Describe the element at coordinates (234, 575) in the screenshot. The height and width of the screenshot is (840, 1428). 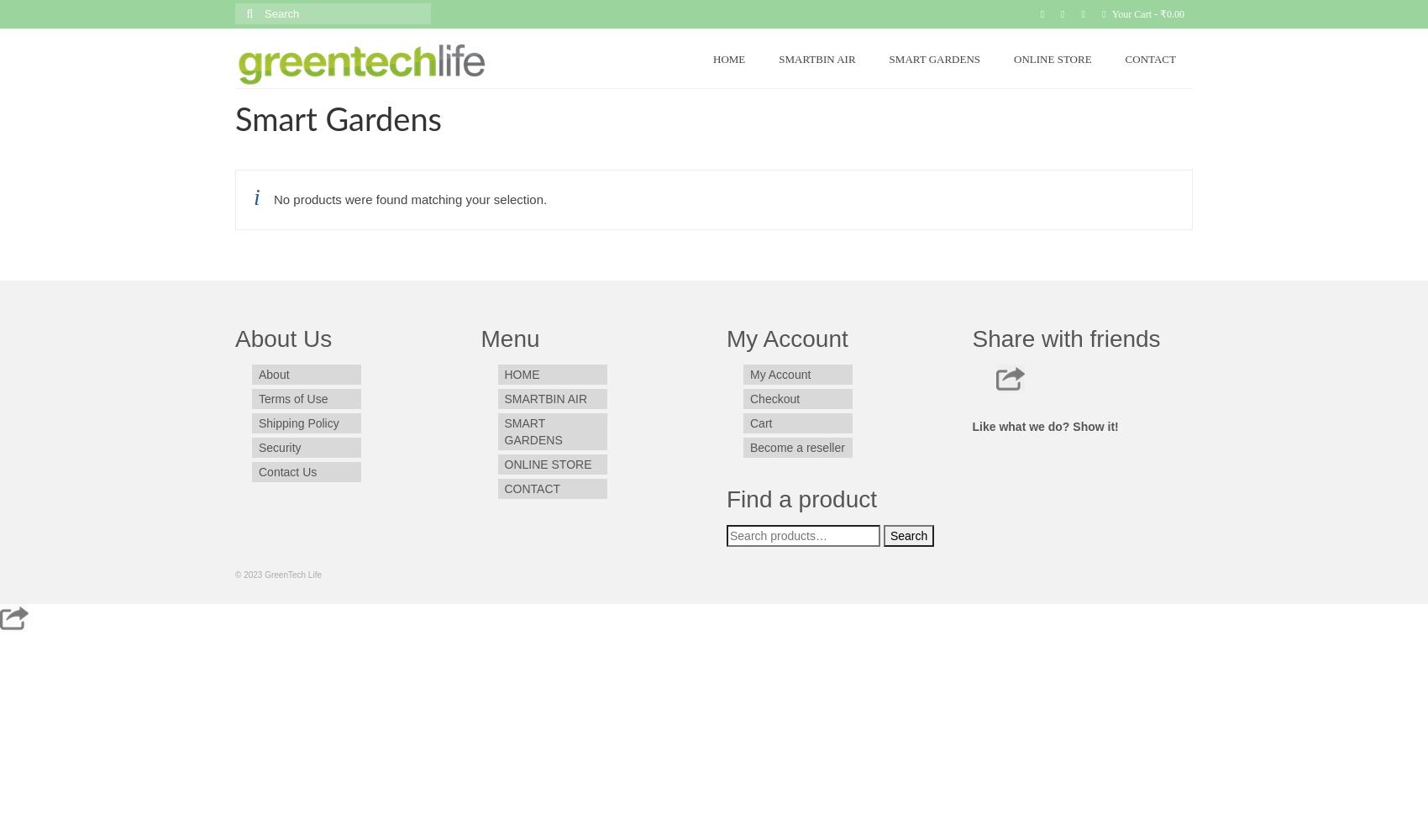
I see `'© 2023 GreenTech Life'` at that location.